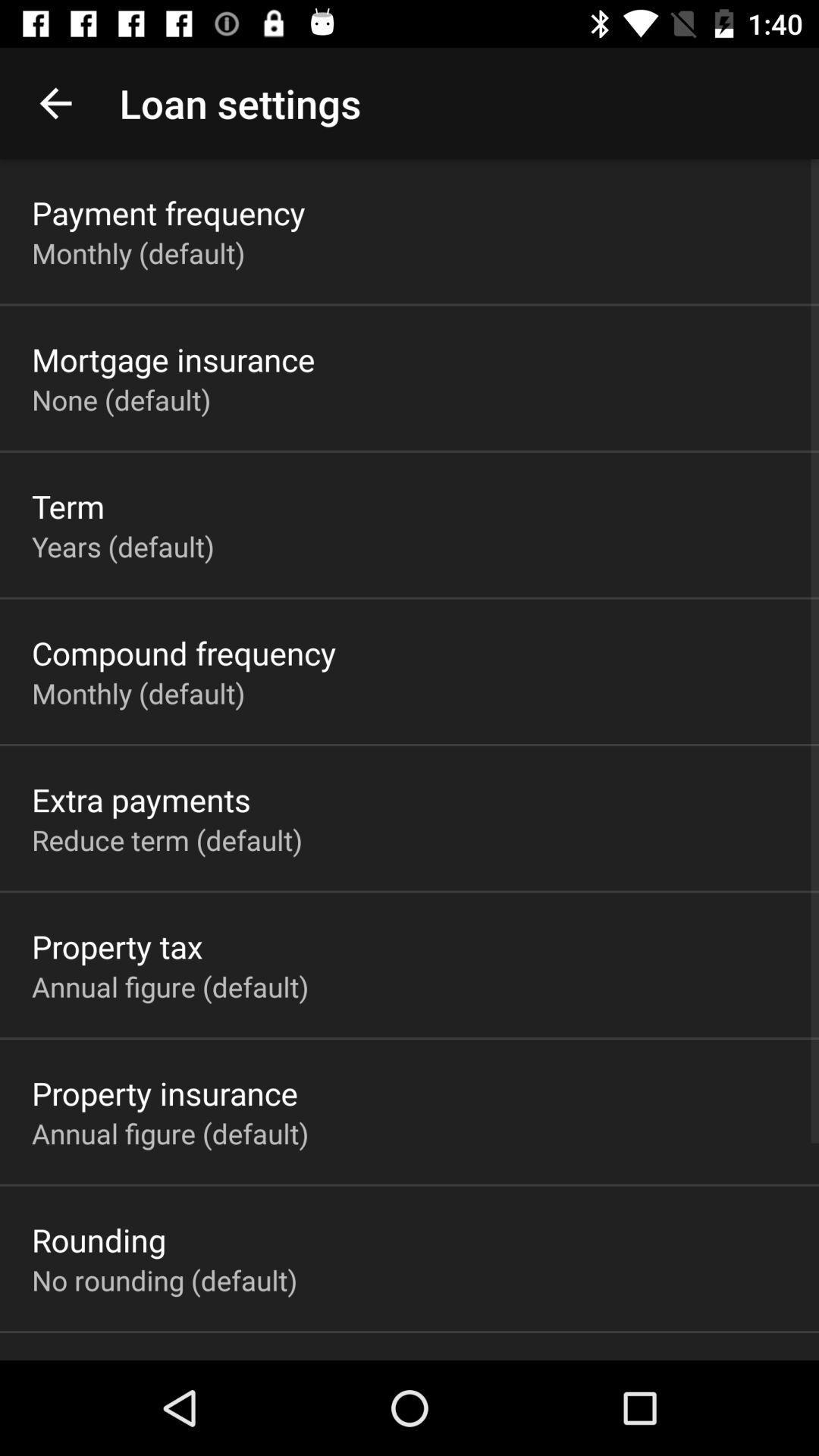 This screenshot has width=819, height=1456. Describe the element at coordinates (183, 652) in the screenshot. I see `compound frequency` at that location.